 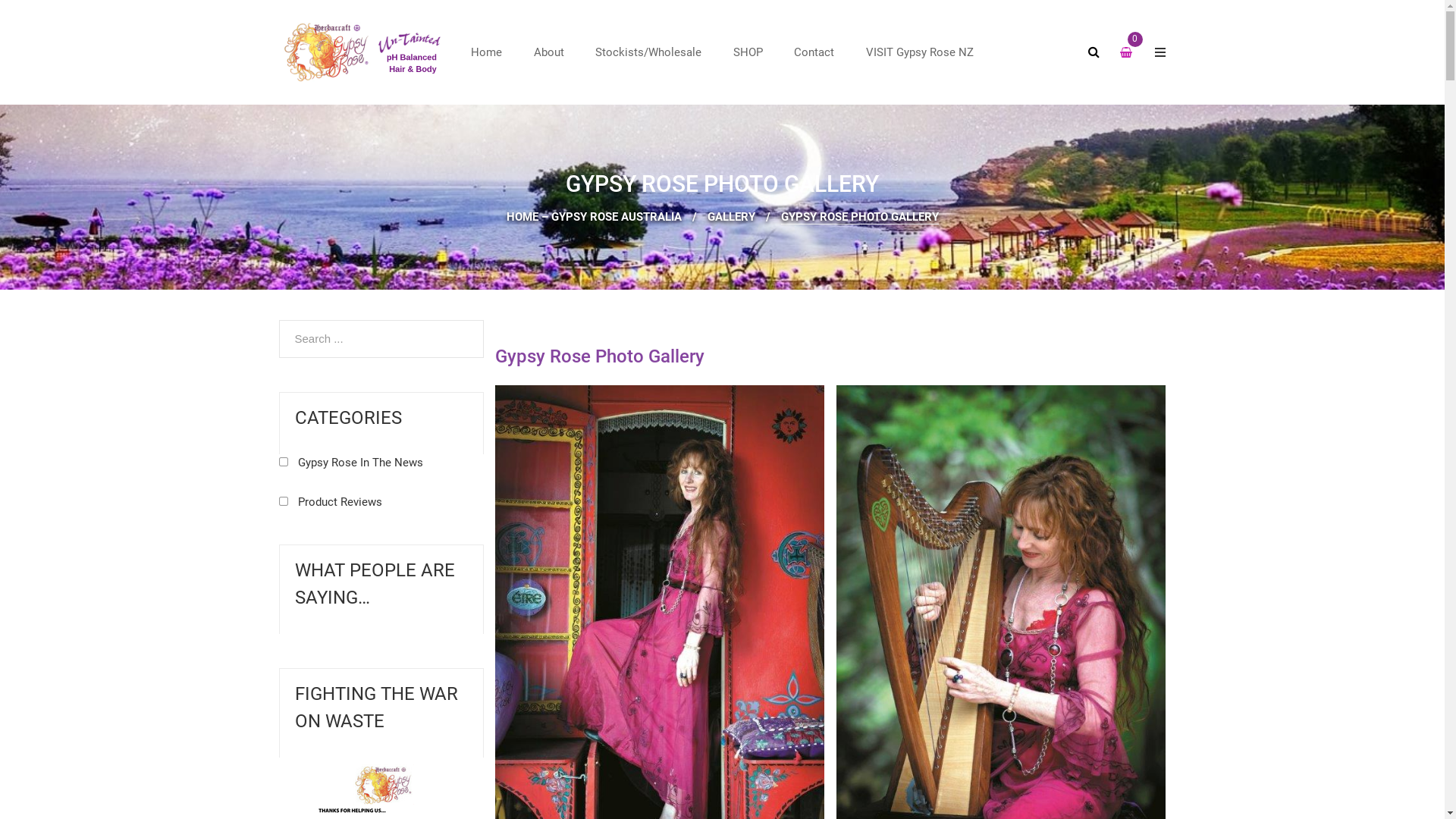 What do you see at coordinates (519, 52) in the screenshot?
I see `'About'` at bounding box center [519, 52].